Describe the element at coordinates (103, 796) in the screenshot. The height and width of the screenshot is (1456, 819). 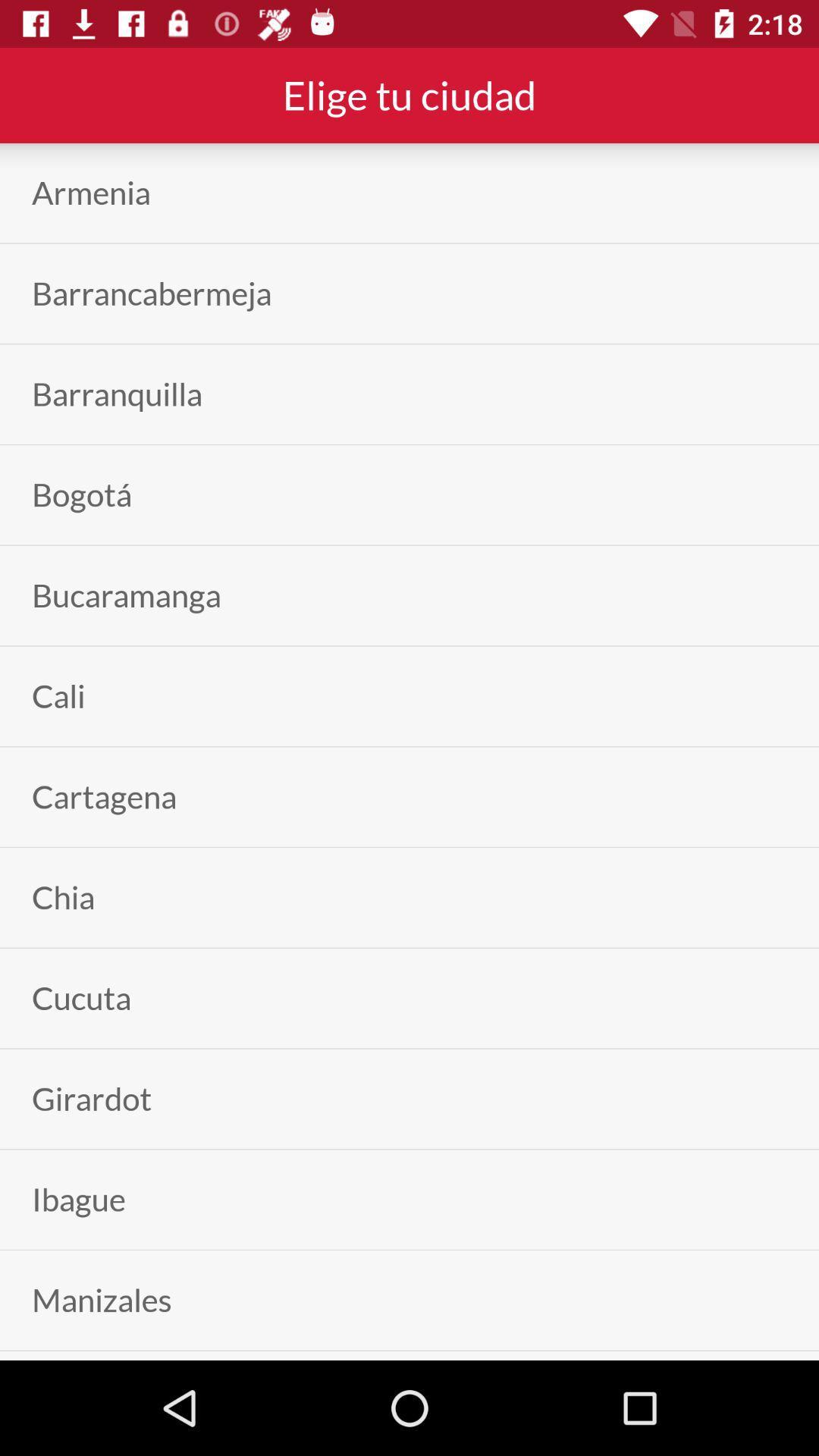
I see `the icon below cali` at that location.